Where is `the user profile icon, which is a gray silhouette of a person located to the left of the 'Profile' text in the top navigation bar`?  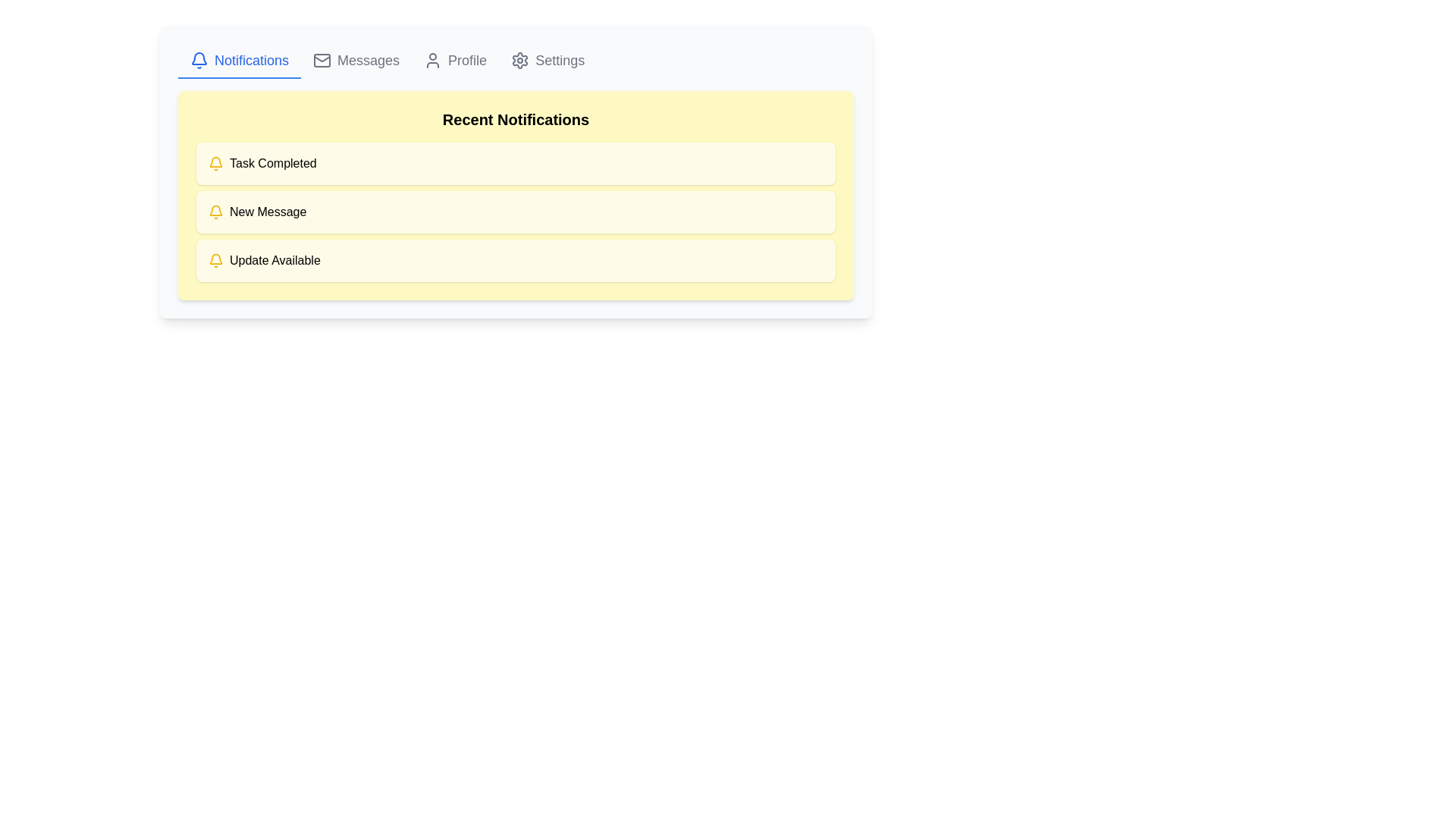
the user profile icon, which is a gray silhouette of a person located to the left of the 'Profile' text in the top navigation bar is located at coordinates (432, 60).